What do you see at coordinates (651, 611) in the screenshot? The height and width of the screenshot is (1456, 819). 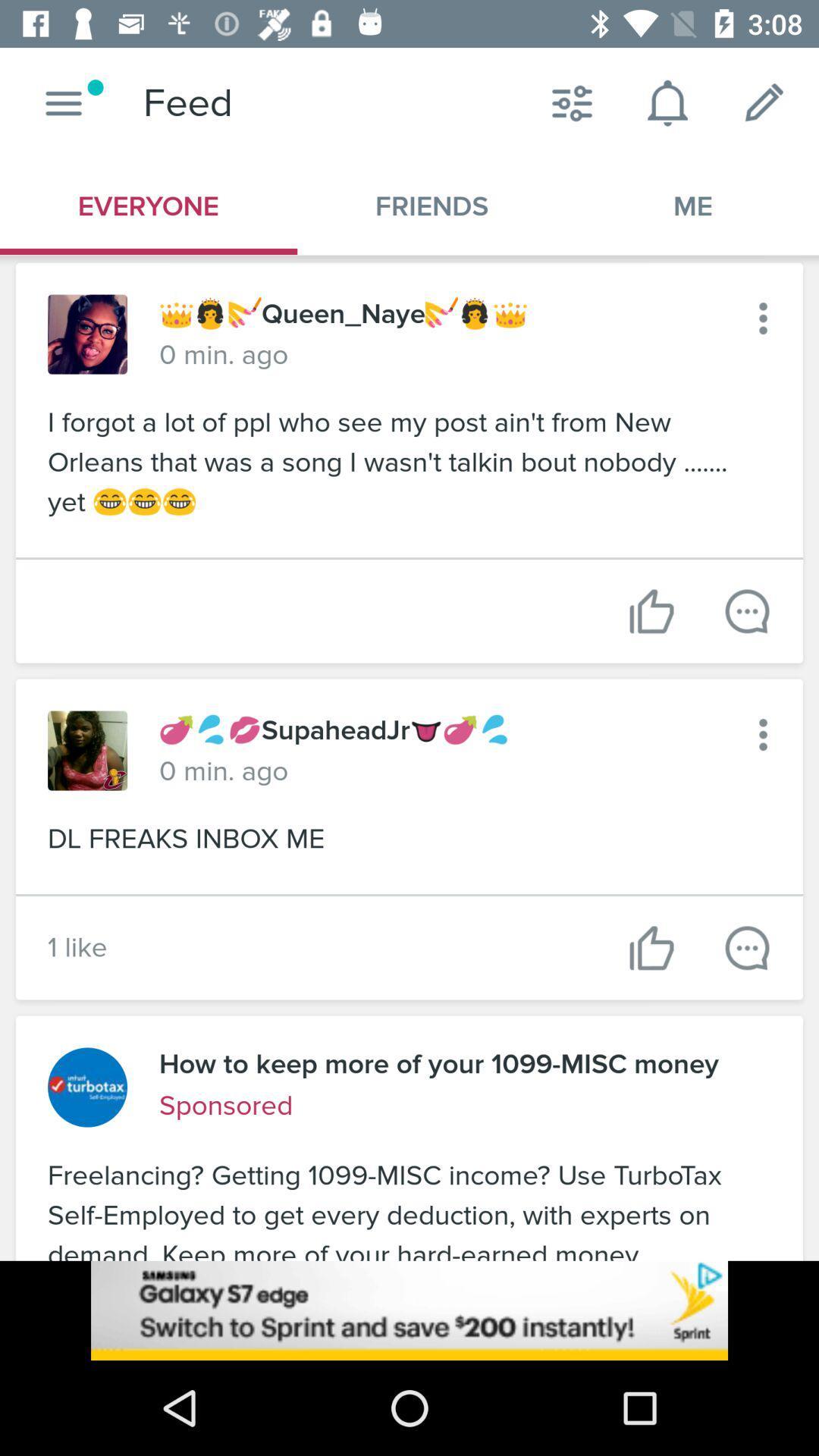 I see `like the commend` at bounding box center [651, 611].